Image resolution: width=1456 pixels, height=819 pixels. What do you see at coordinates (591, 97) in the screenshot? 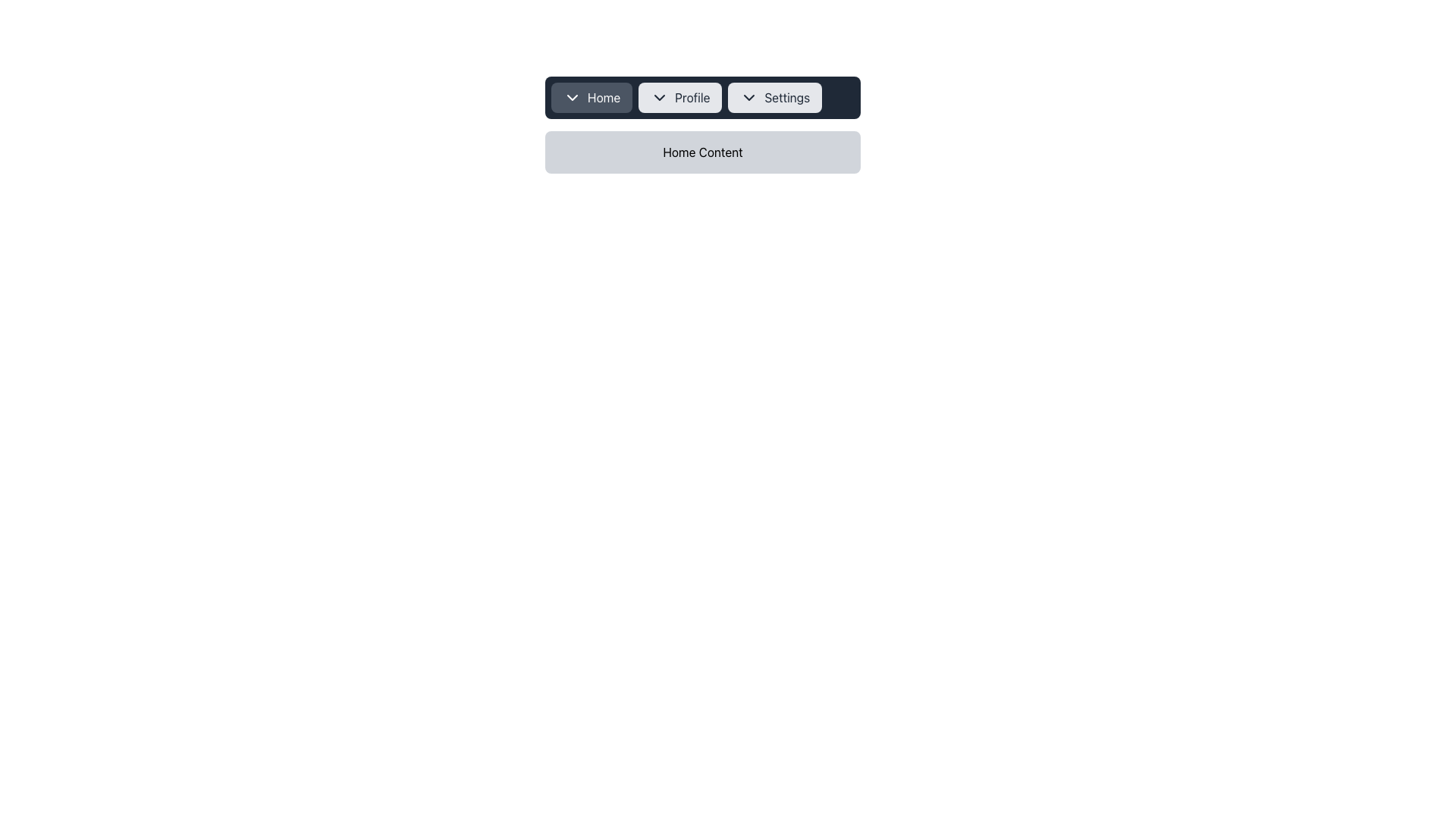
I see `the 'Home' button with a dark gray background and white text in the navigation bar` at bounding box center [591, 97].